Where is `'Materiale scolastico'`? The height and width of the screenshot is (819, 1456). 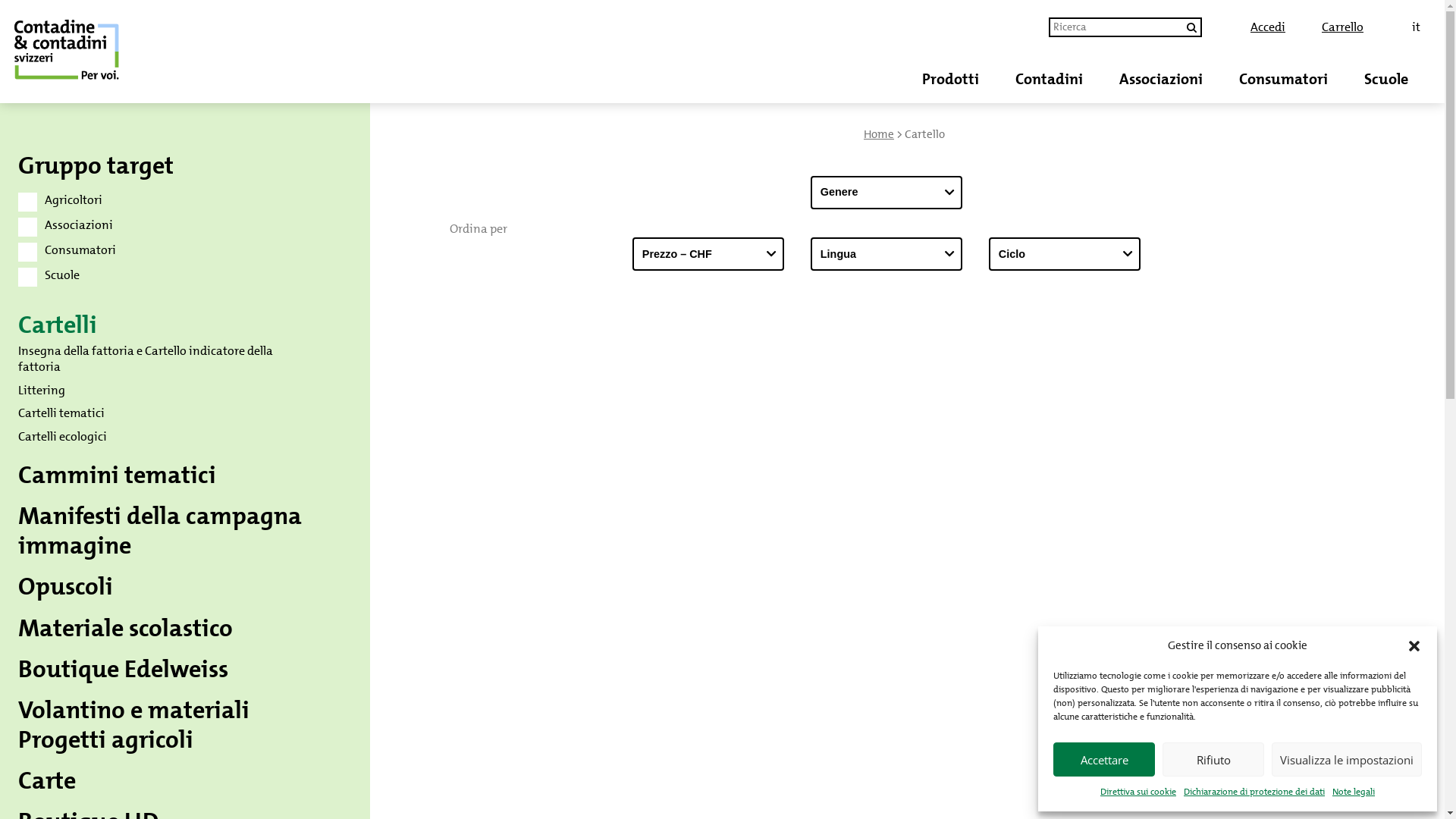
'Materiale scolastico' is located at coordinates (125, 628).